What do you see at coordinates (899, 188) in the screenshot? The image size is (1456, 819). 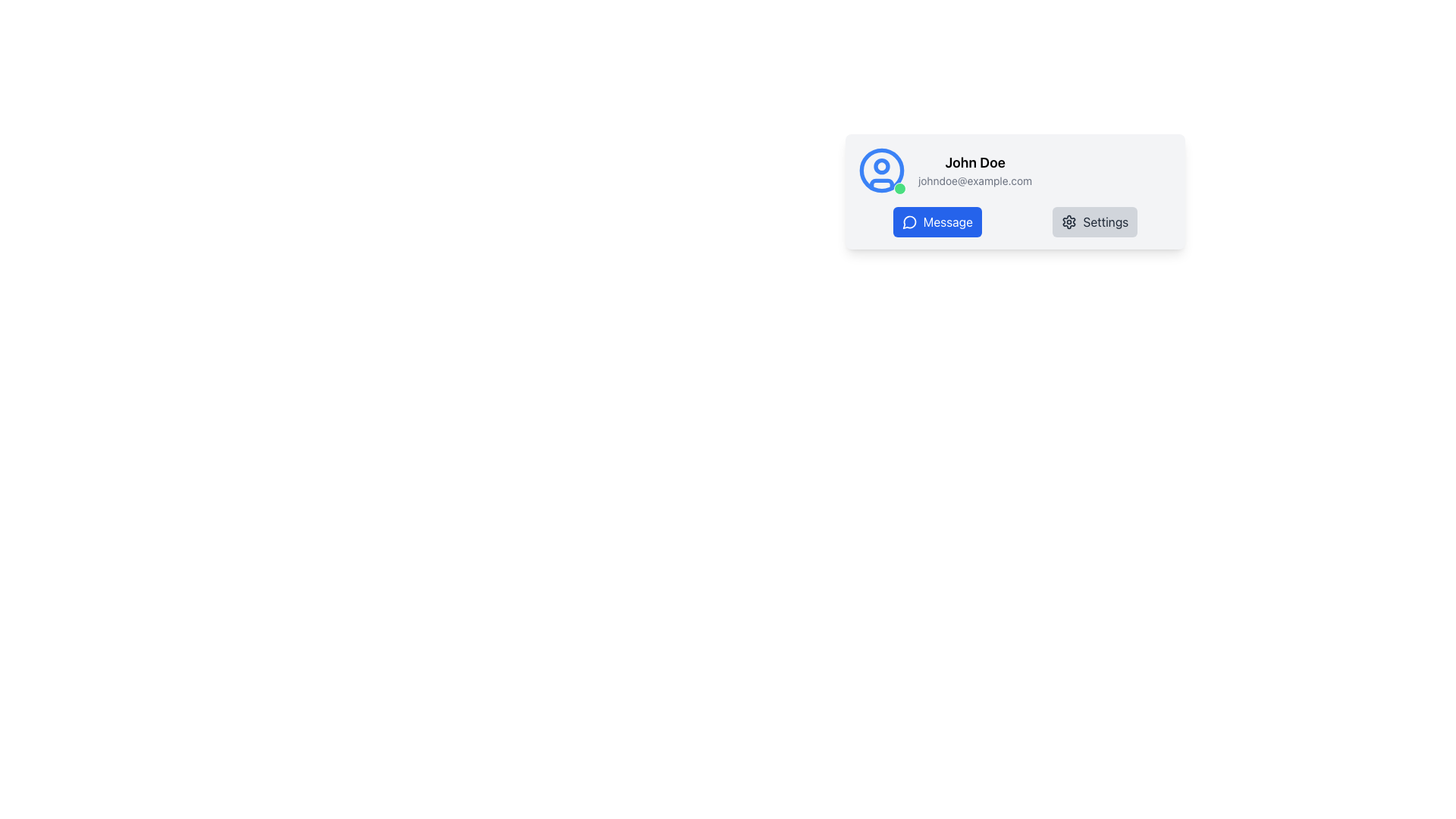 I see `the online status of the user represented by the Status Indicator Badge located at the bottom-right corner of the user profile icon next to 'John Doe'` at bounding box center [899, 188].